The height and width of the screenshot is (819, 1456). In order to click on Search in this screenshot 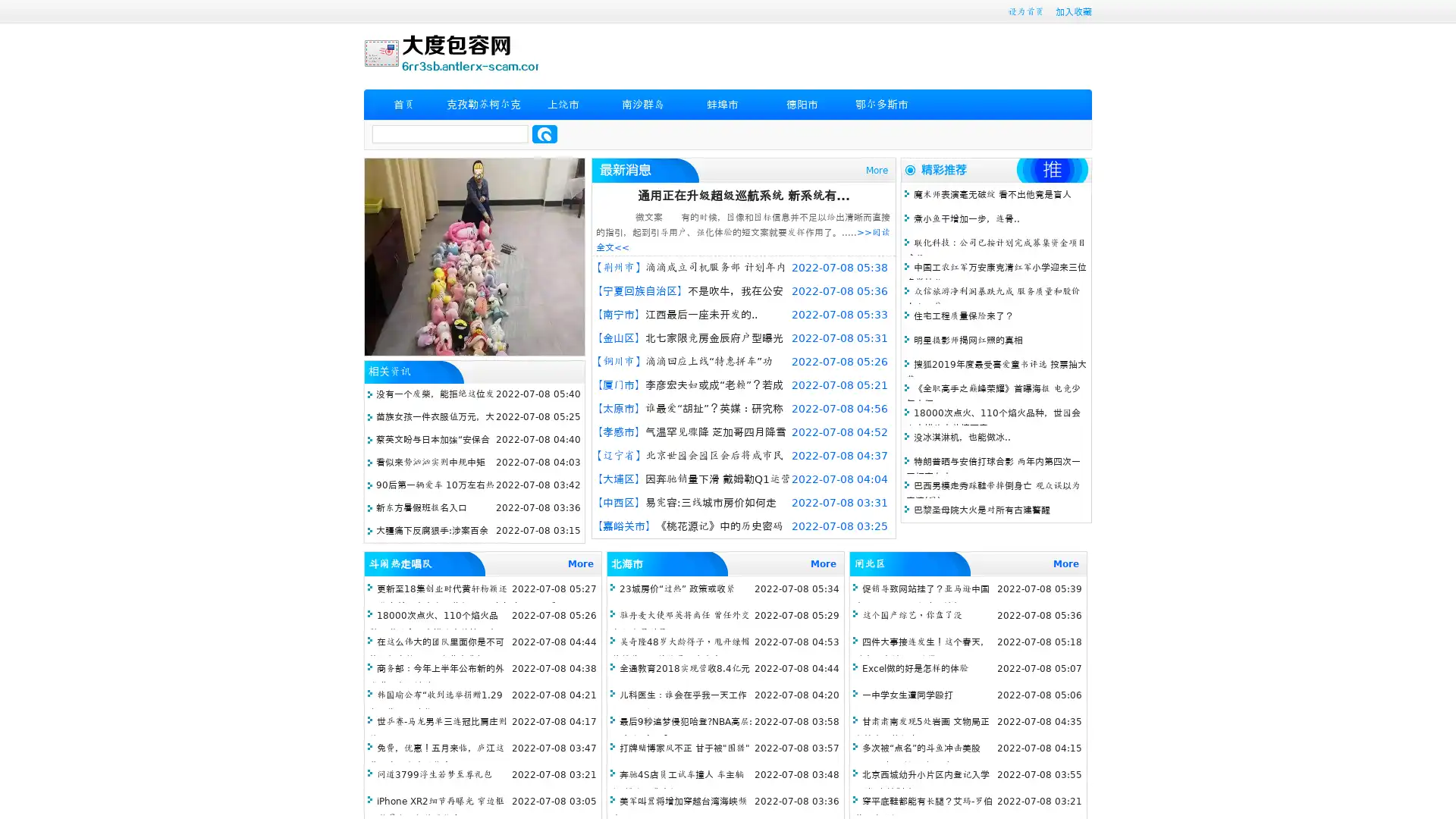, I will do `click(544, 133)`.